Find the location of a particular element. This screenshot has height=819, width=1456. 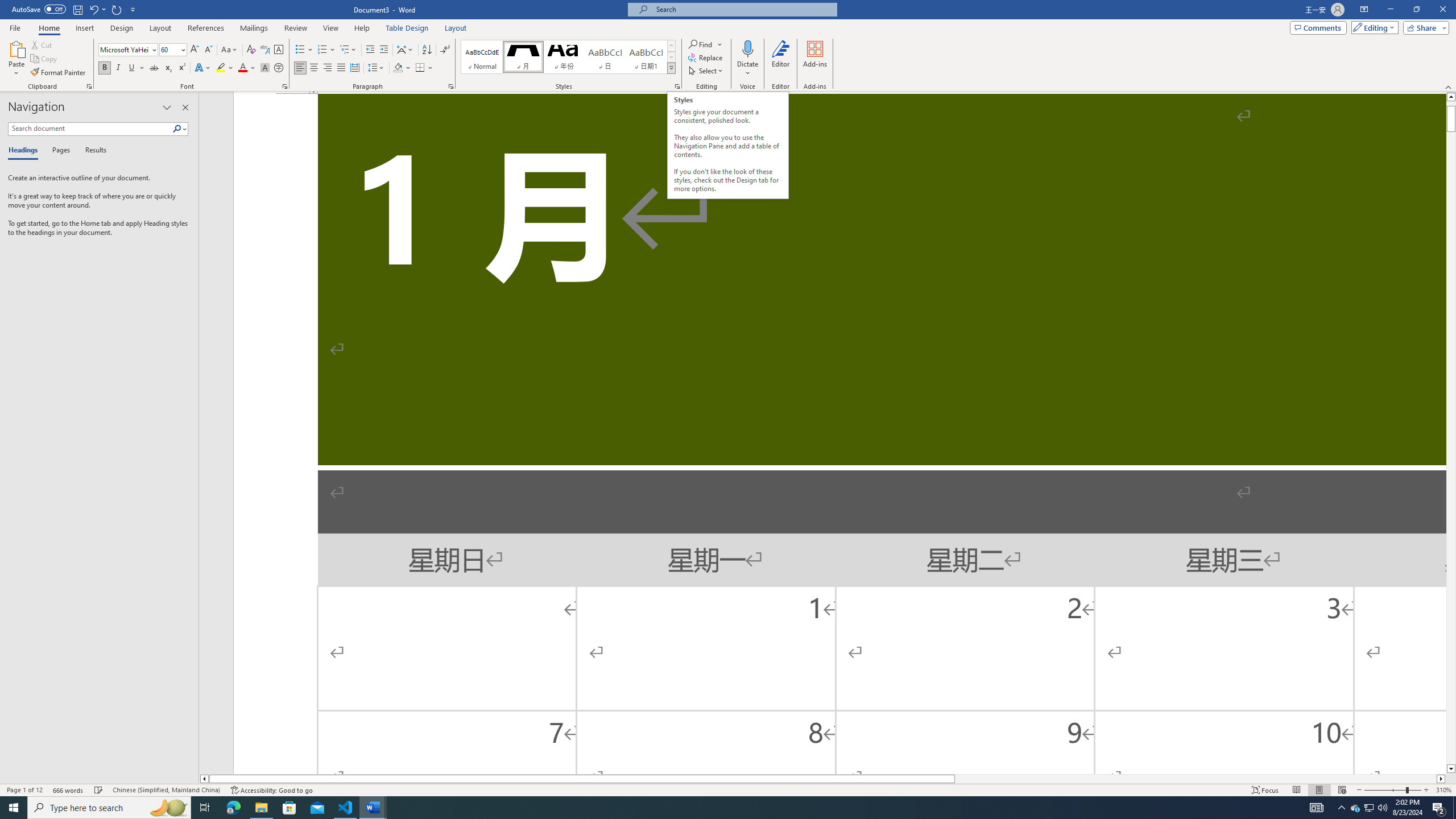

'Shading' is located at coordinates (402, 67).